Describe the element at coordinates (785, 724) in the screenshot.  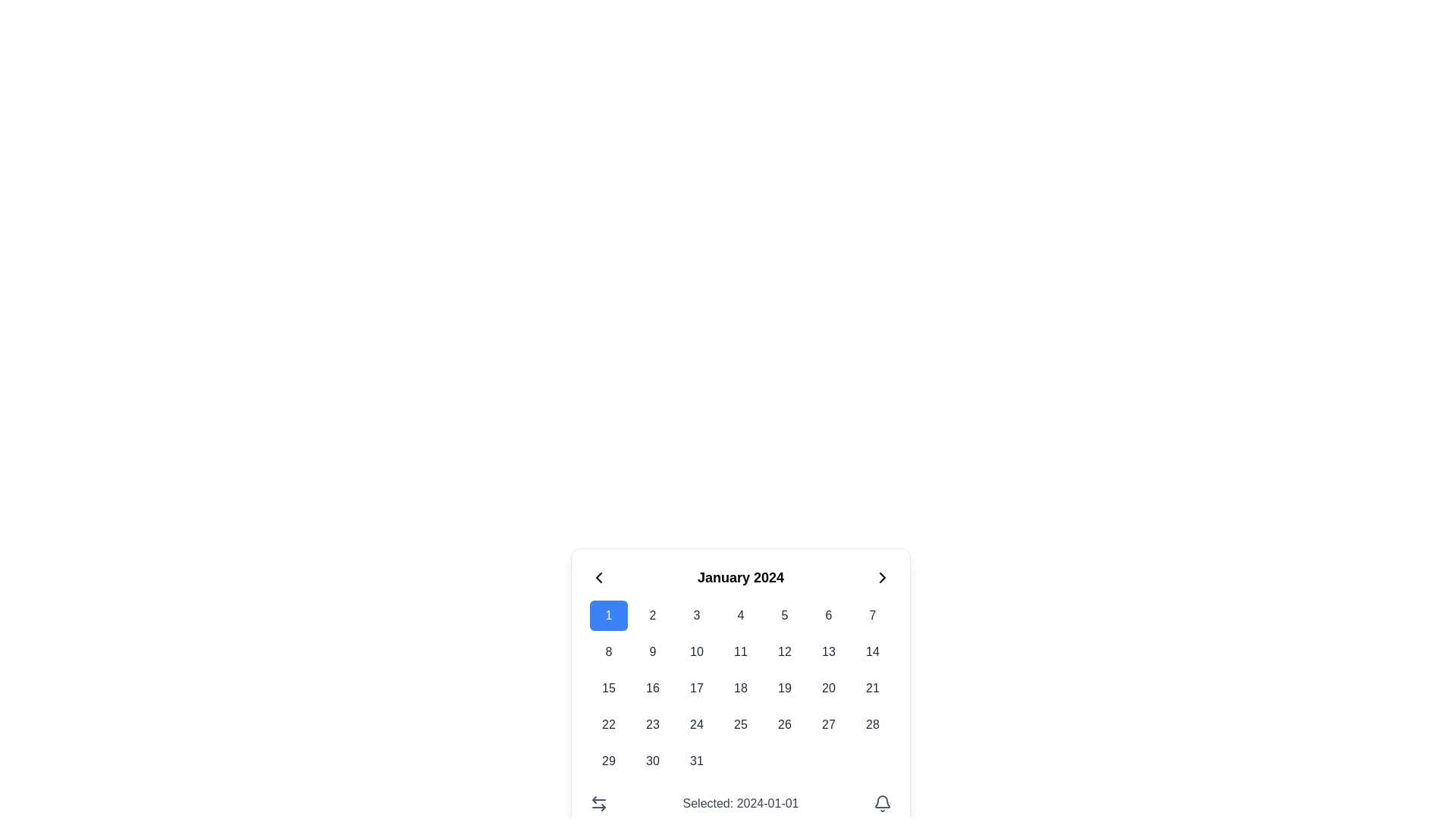
I see `the calendar date button displaying the number '26'` at that location.